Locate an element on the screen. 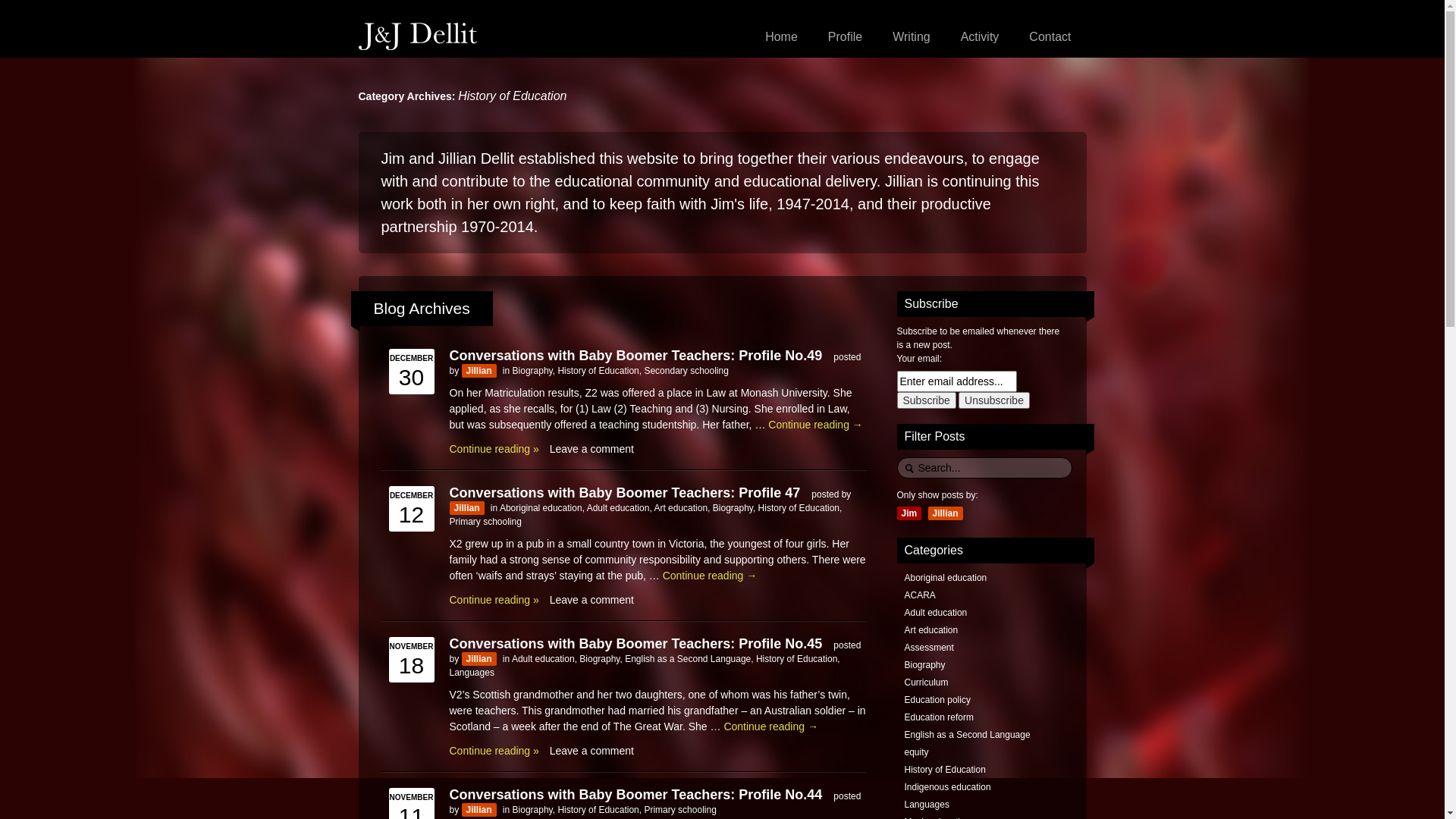 Image resolution: width=1456 pixels, height=819 pixels. 'Curriculum' is located at coordinates (903, 681).